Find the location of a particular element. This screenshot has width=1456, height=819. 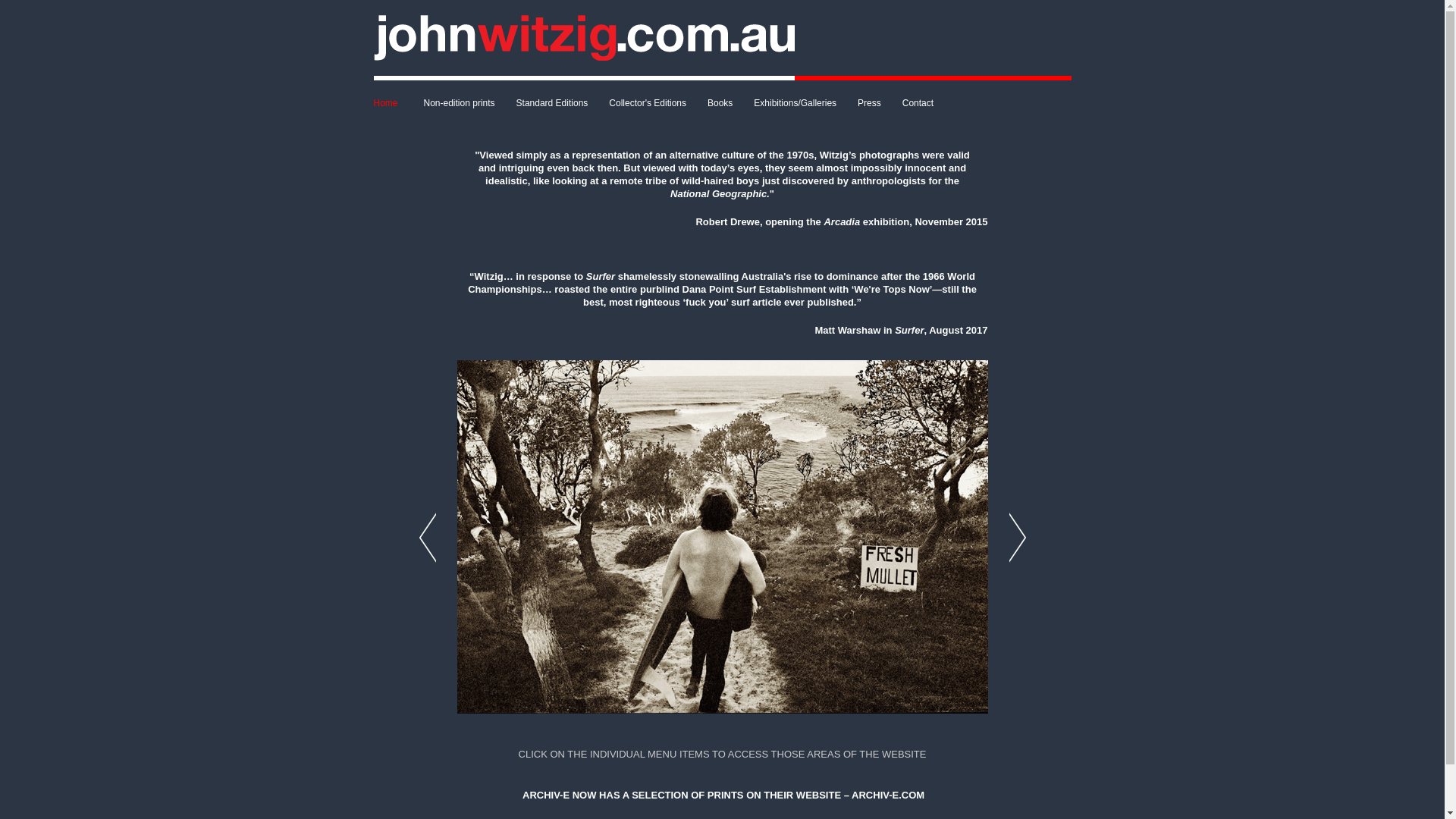

'Press' is located at coordinates (869, 102).